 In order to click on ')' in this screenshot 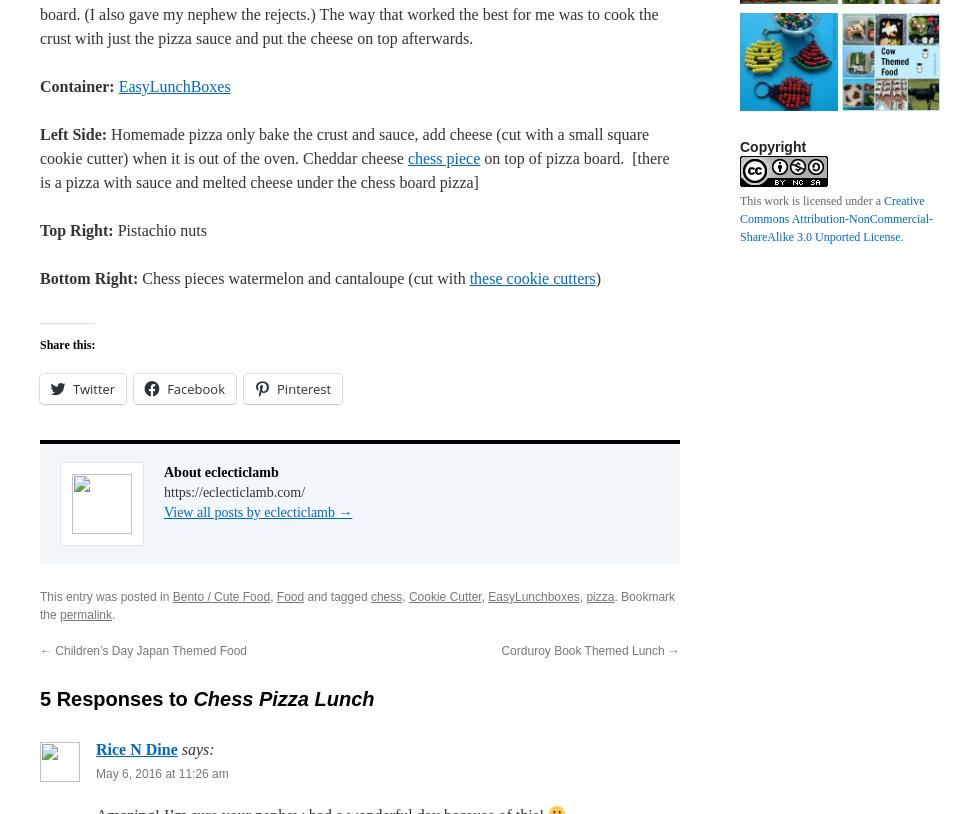, I will do `click(597, 277)`.